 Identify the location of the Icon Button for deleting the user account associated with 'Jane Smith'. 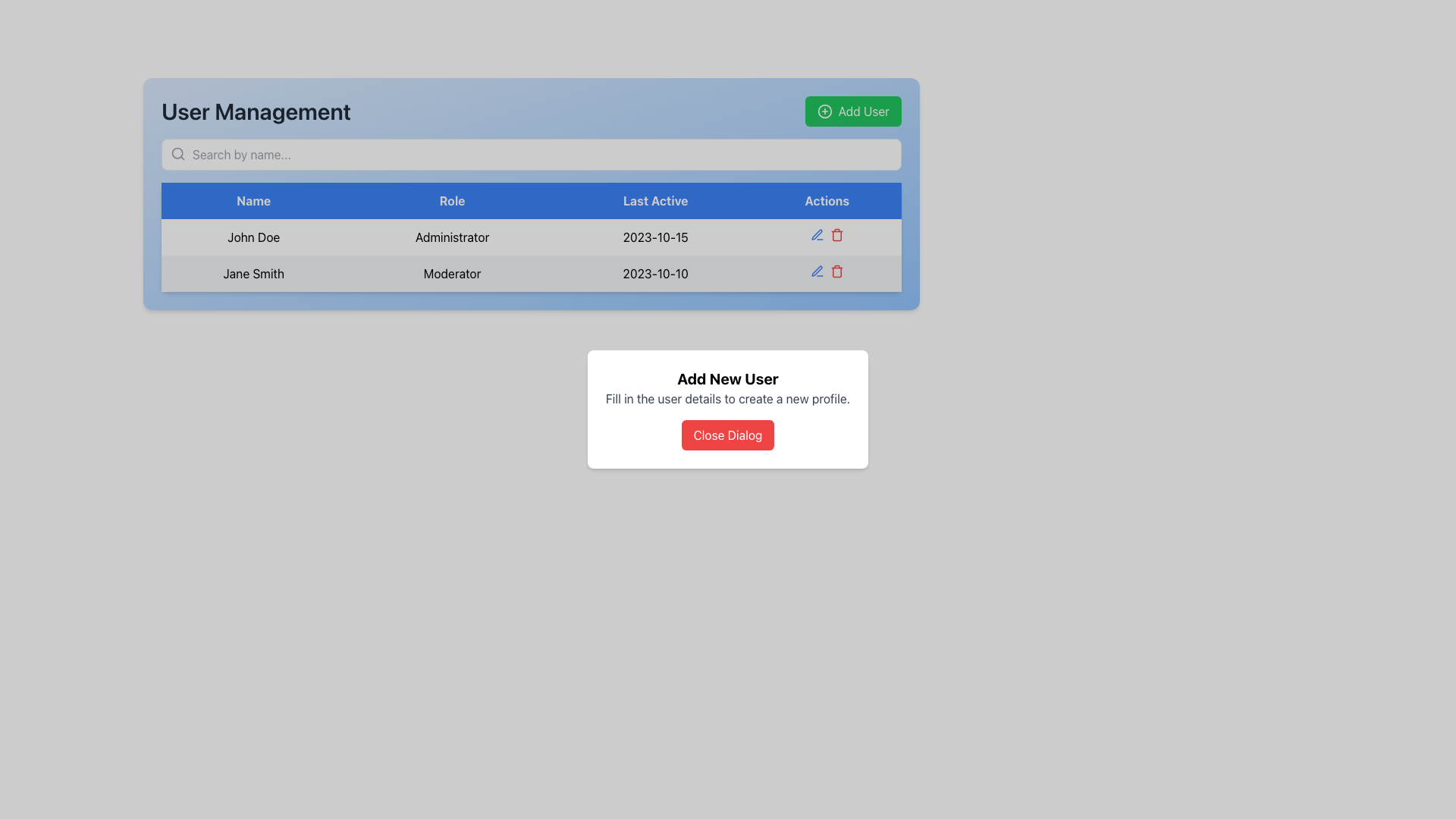
(836, 271).